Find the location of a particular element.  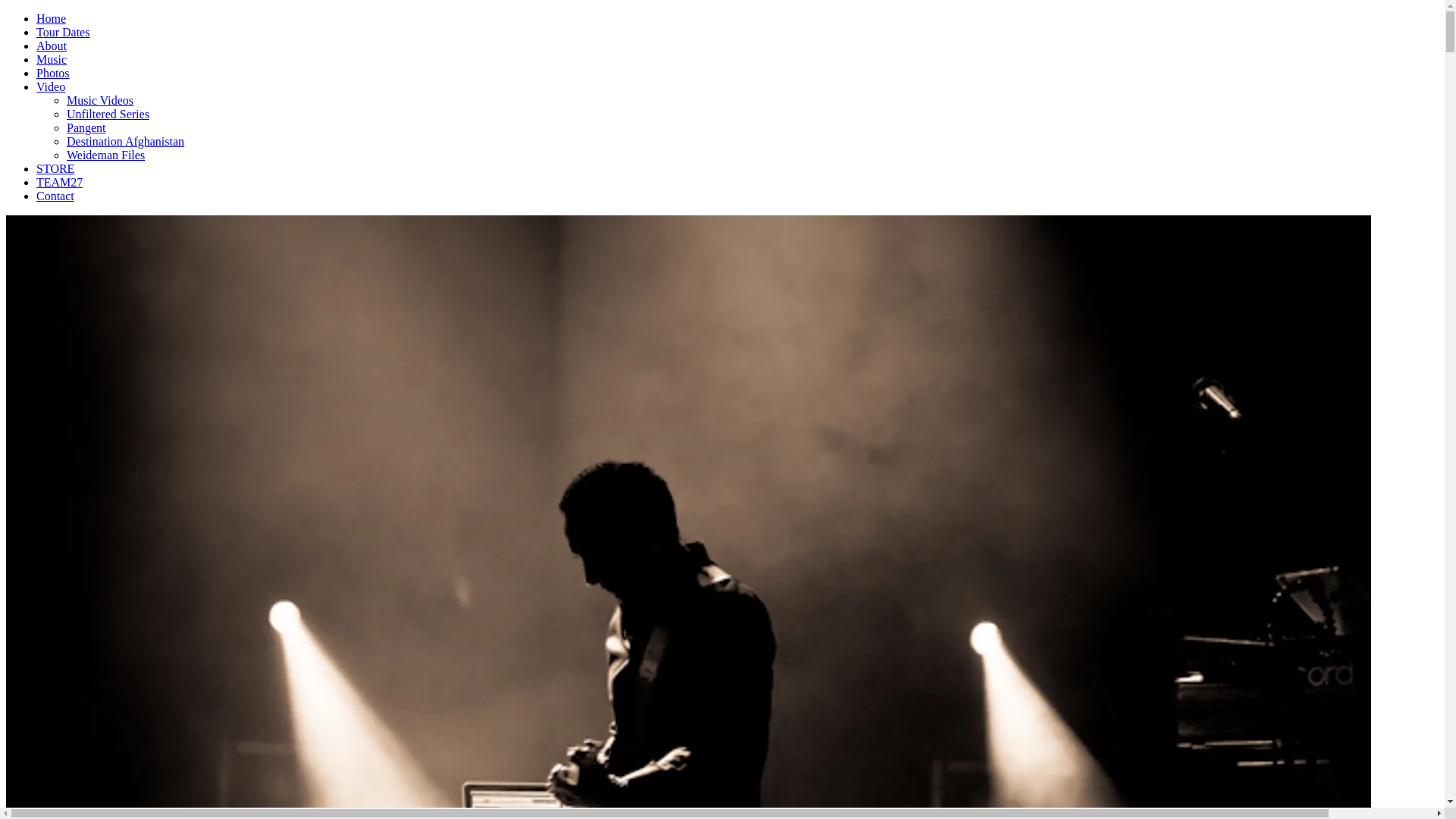

'Contact' is located at coordinates (55, 195).